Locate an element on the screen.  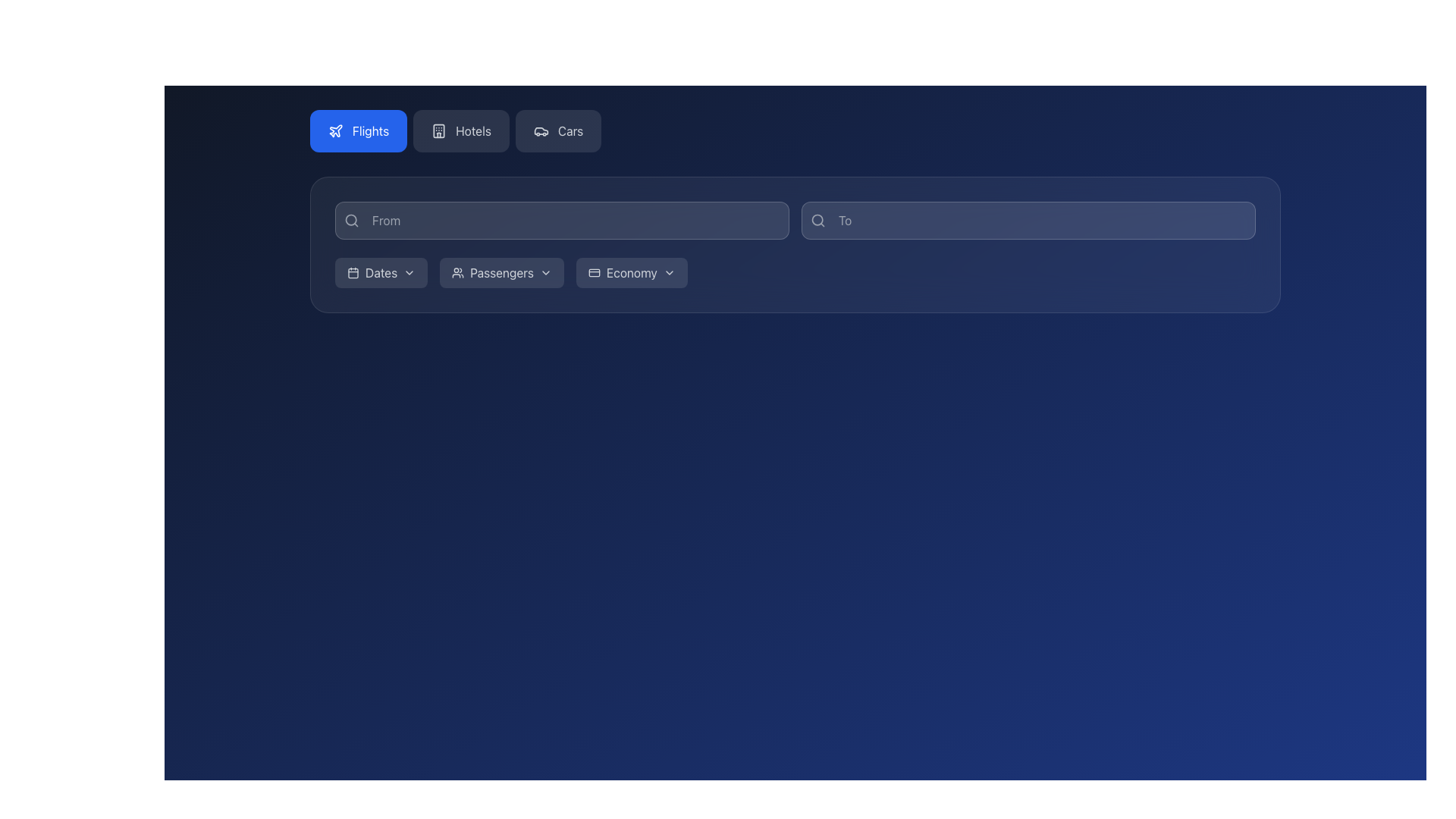
the 'Passengers' label within the dropdown button is located at coordinates (502, 271).